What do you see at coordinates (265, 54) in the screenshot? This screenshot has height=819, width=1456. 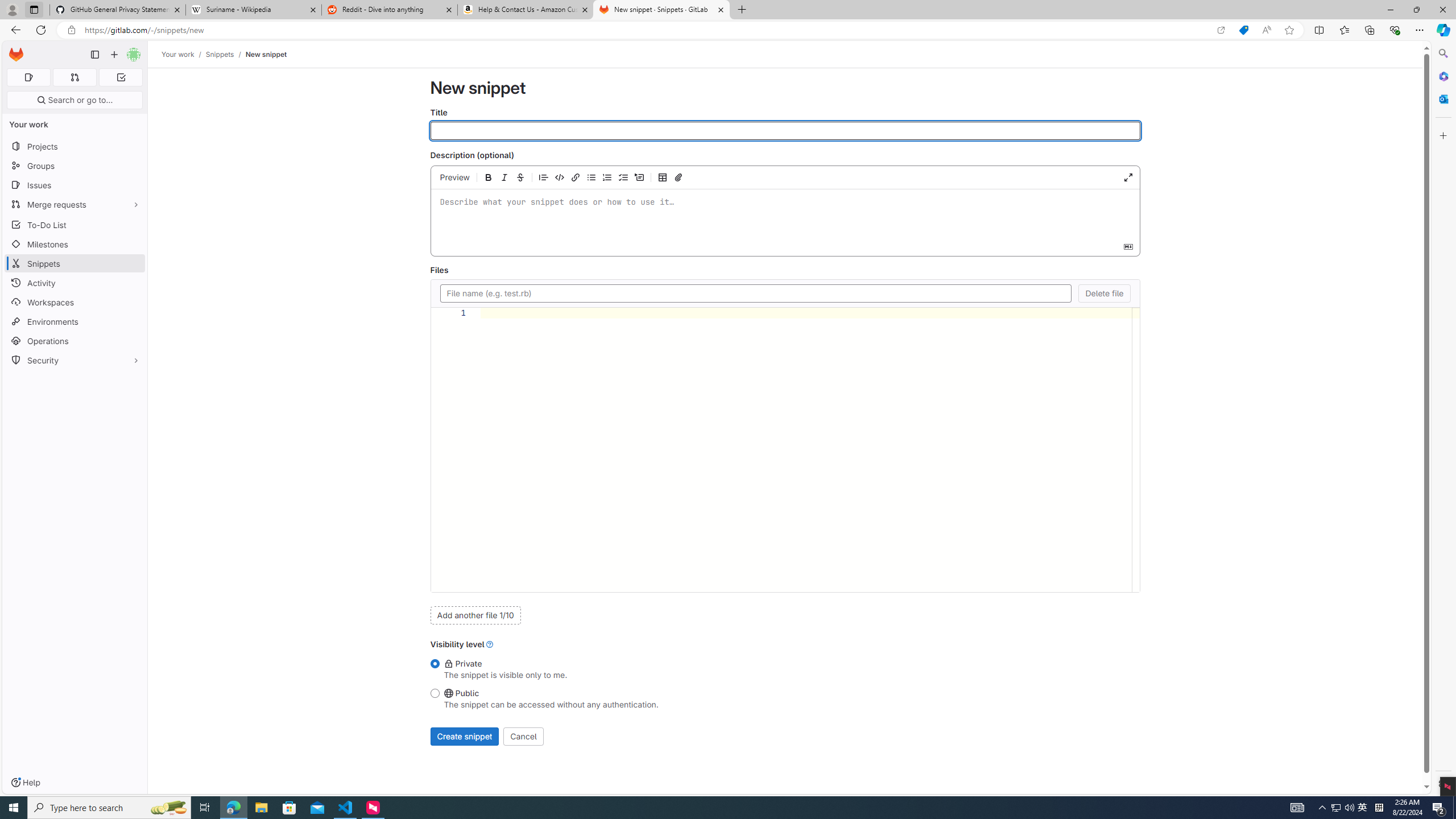 I see `'New snippet'` at bounding box center [265, 54].